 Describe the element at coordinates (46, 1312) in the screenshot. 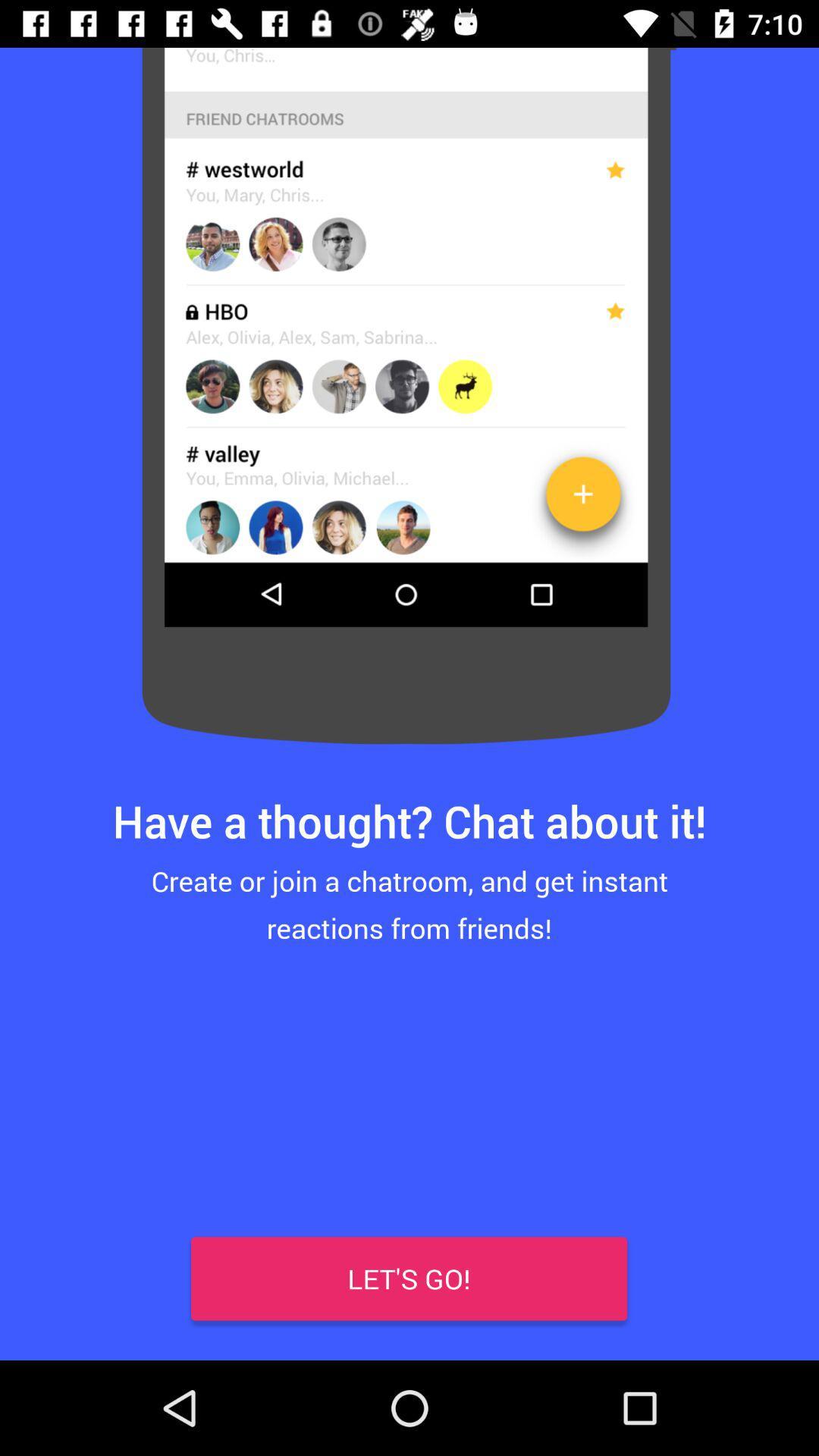

I see `the item next to the let's go!` at that location.